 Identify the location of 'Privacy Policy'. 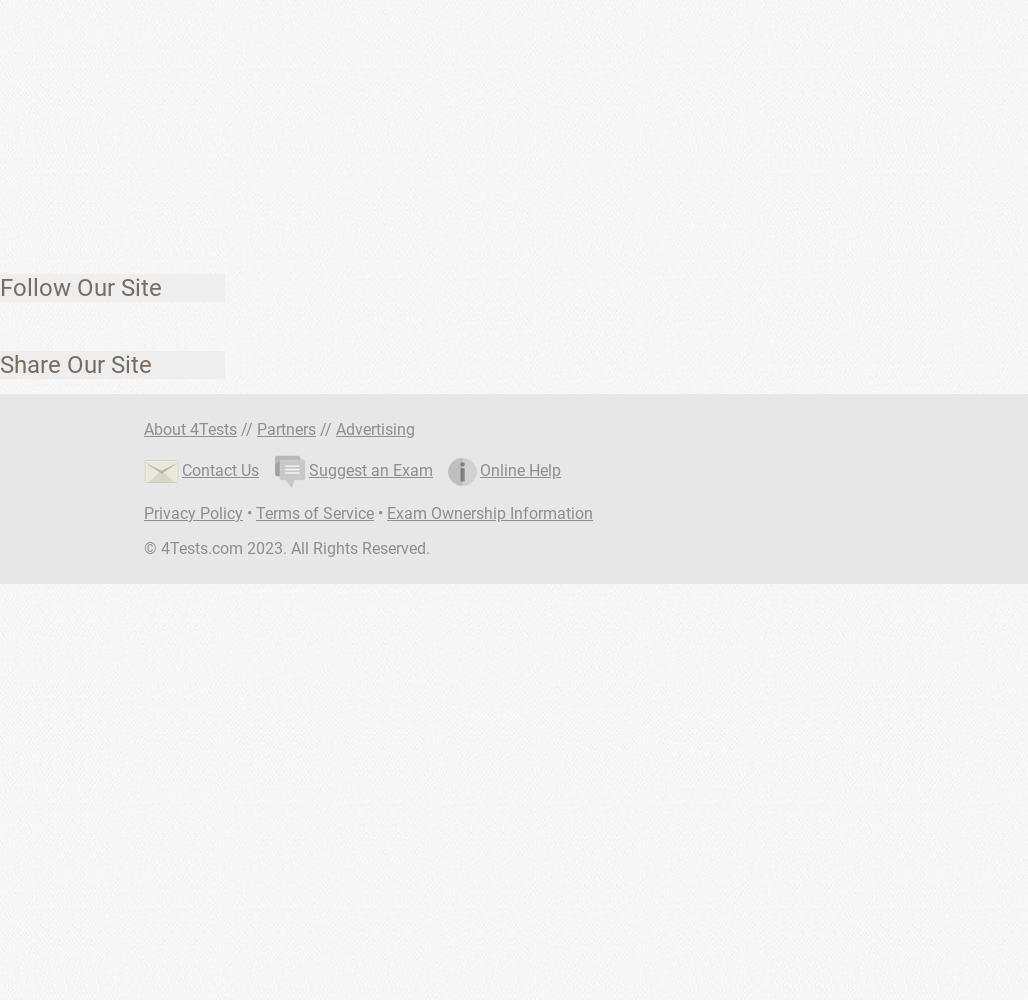
(193, 513).